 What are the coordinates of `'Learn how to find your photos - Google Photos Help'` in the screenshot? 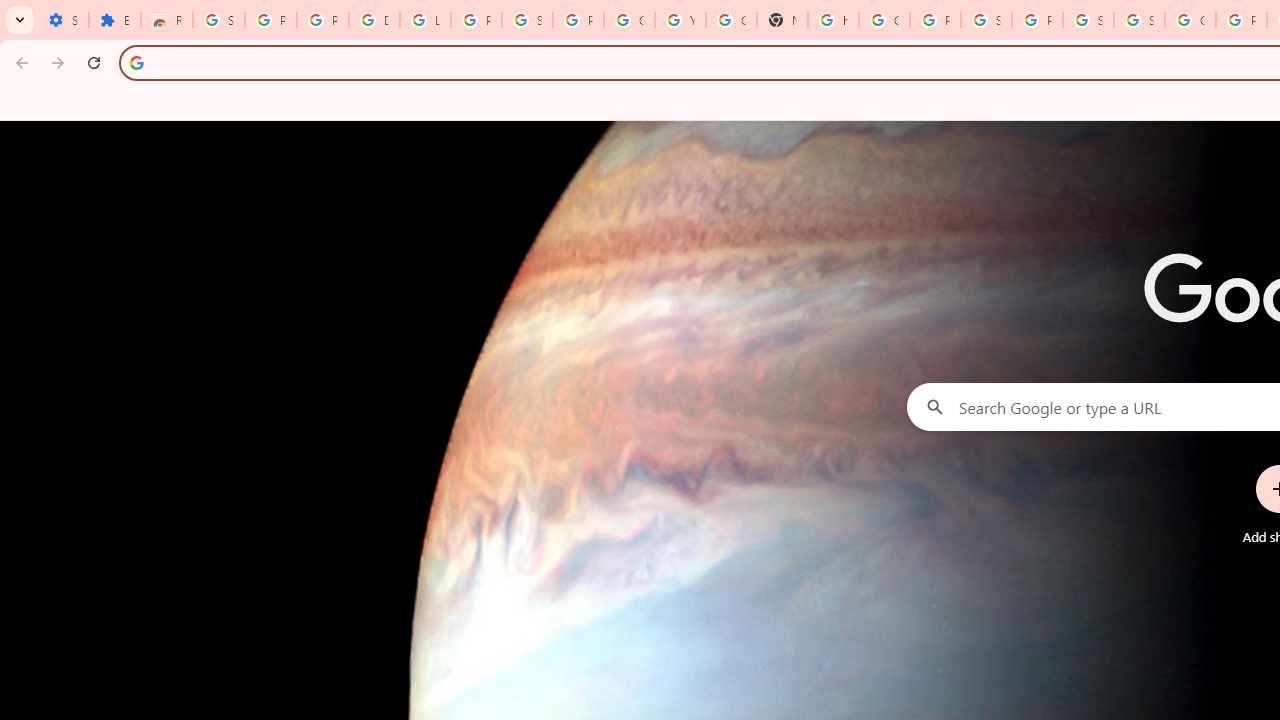 It's located at (423, 20).